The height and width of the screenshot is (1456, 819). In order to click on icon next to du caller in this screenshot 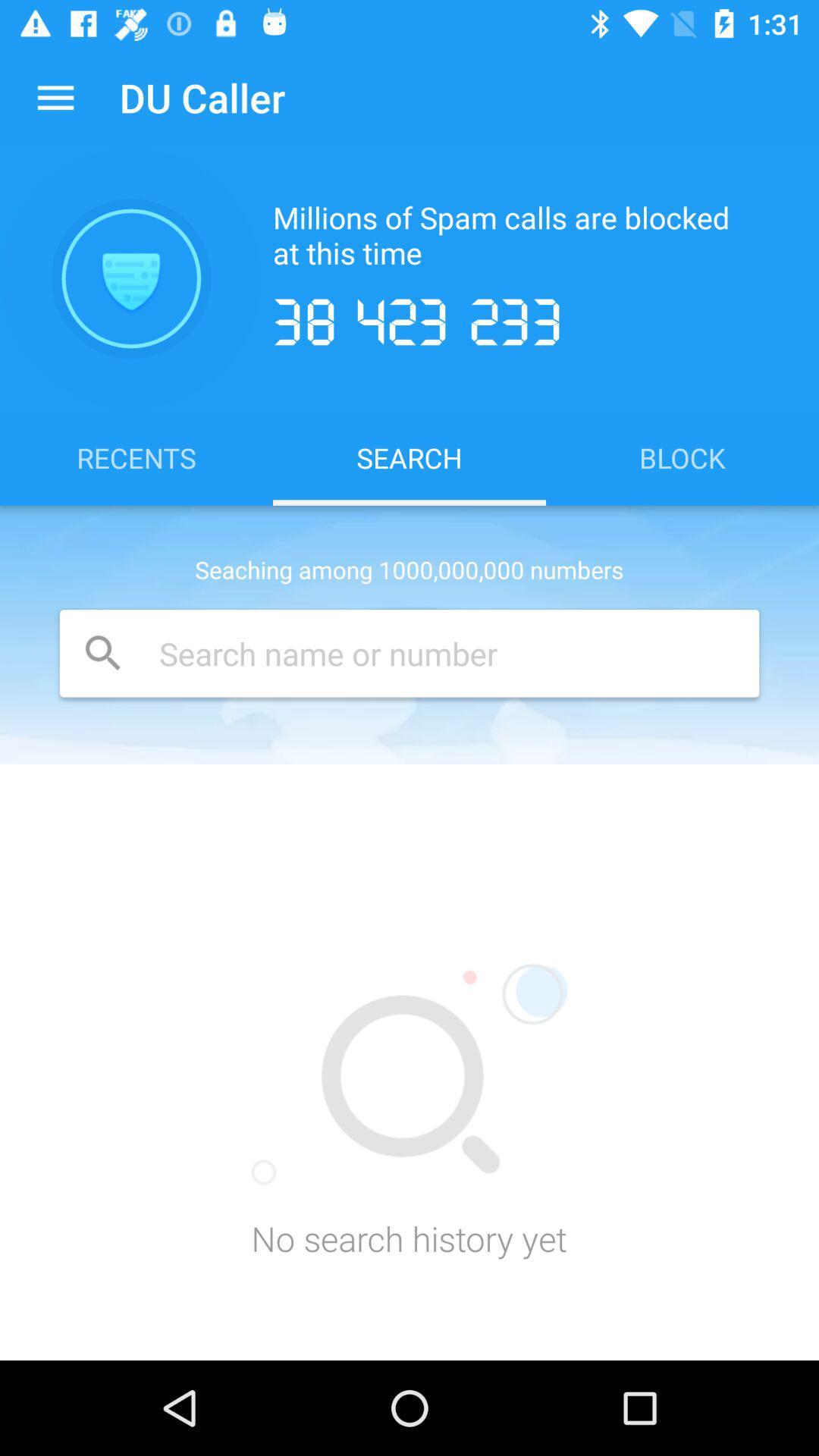, I will do `click(55, 96)`.